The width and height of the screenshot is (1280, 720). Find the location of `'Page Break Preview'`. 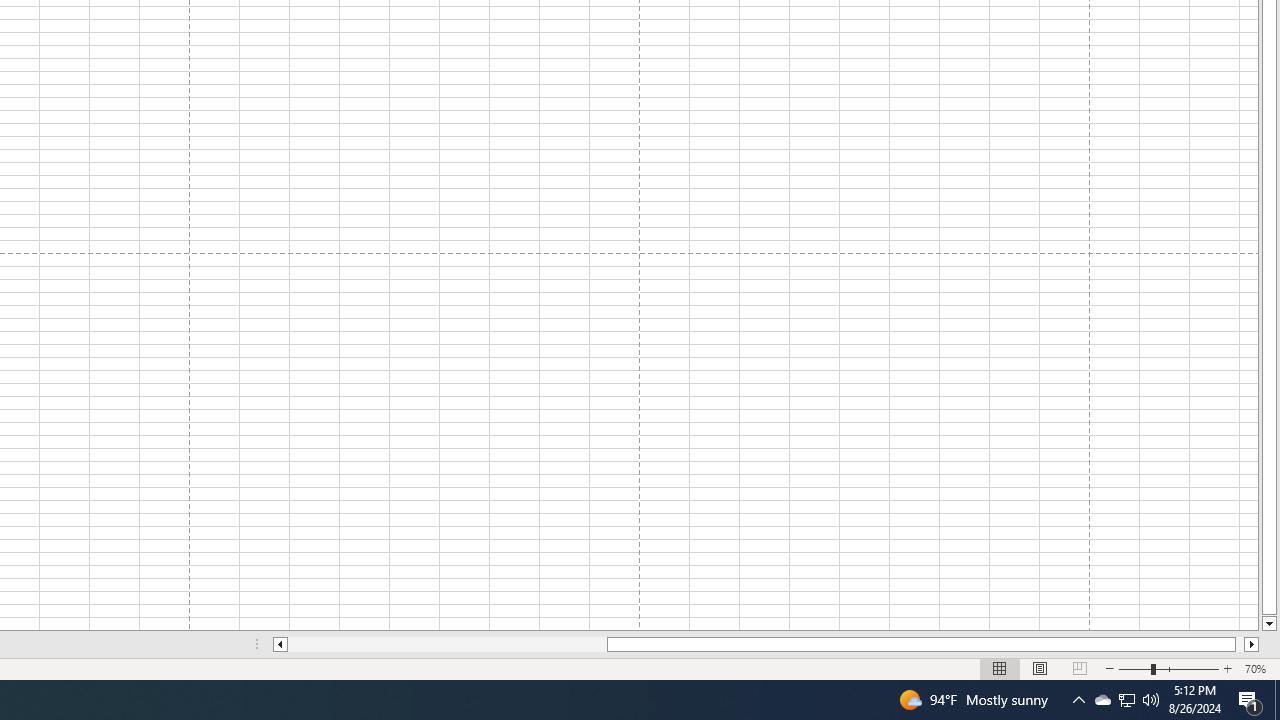

'Page Break Preview' is located at coordinates (1078, 669).